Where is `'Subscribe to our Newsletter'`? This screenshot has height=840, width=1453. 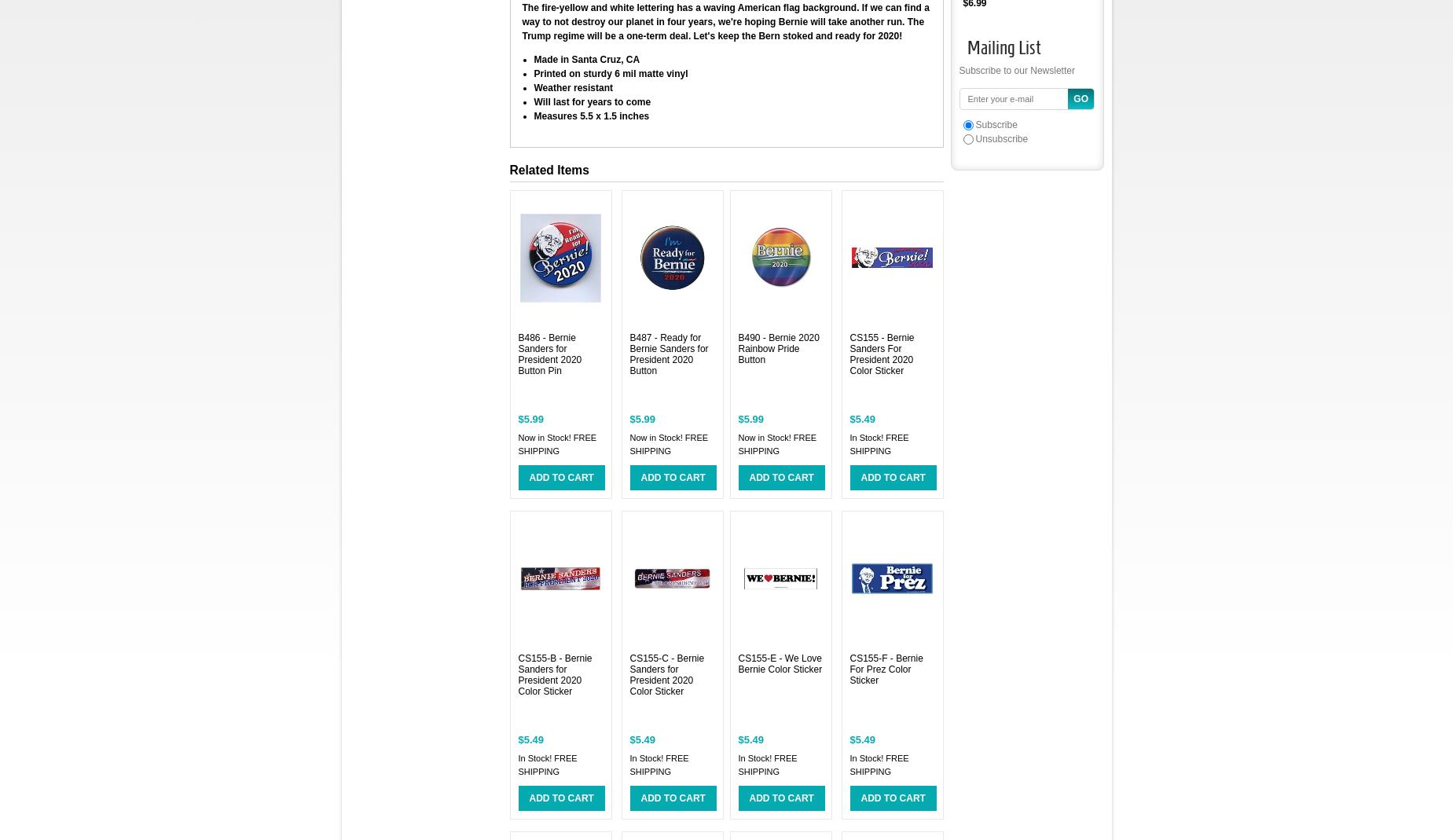 'Subscribe to our Newsletter' is located at coordinates (1016, 70).